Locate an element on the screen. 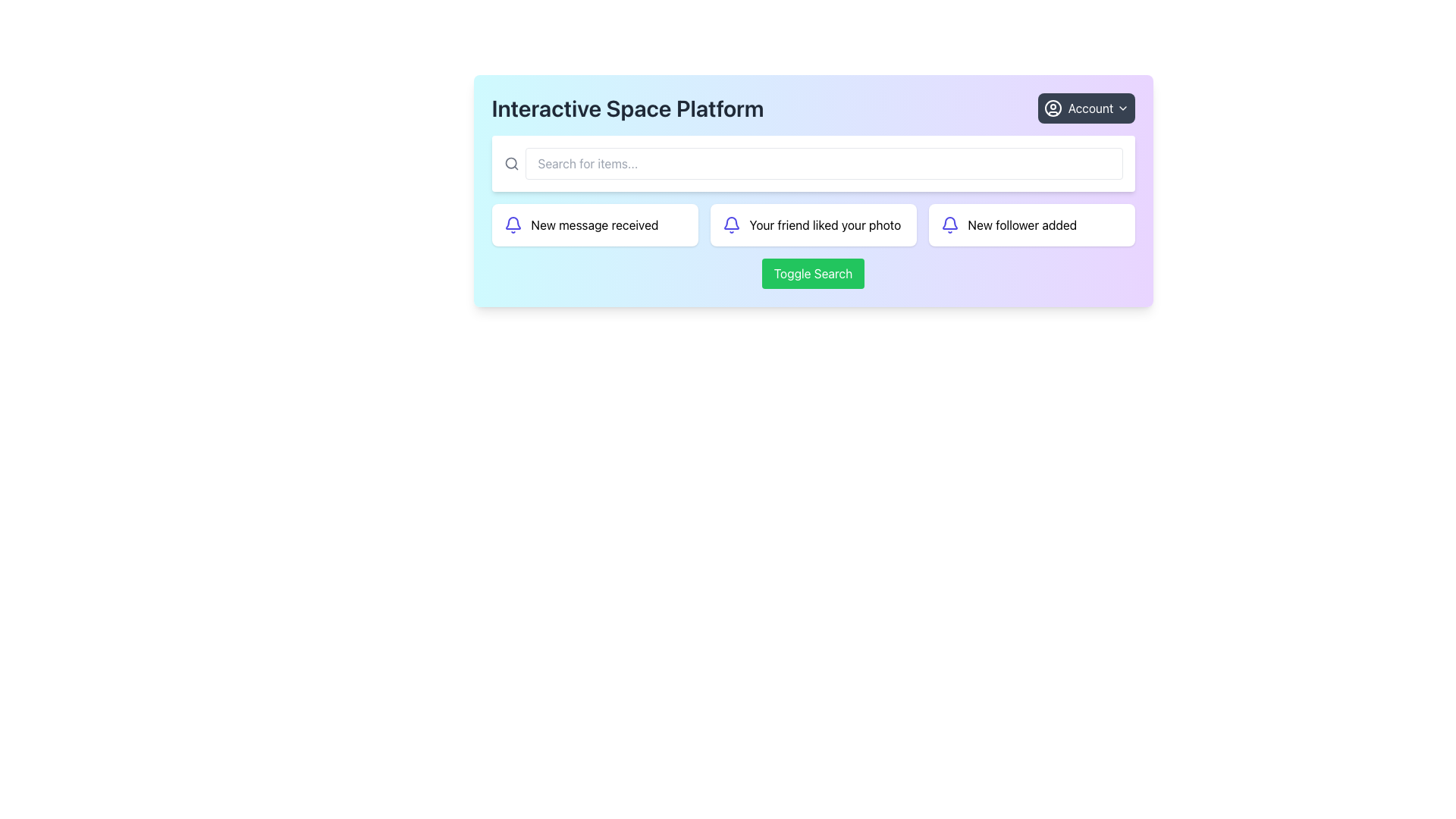 This screenshot has height=819, width=1456. the notification message text label located to the right of the bell icon within the notification card in the second row of the interface, just below the search bar is located at coordinates (594, 225).